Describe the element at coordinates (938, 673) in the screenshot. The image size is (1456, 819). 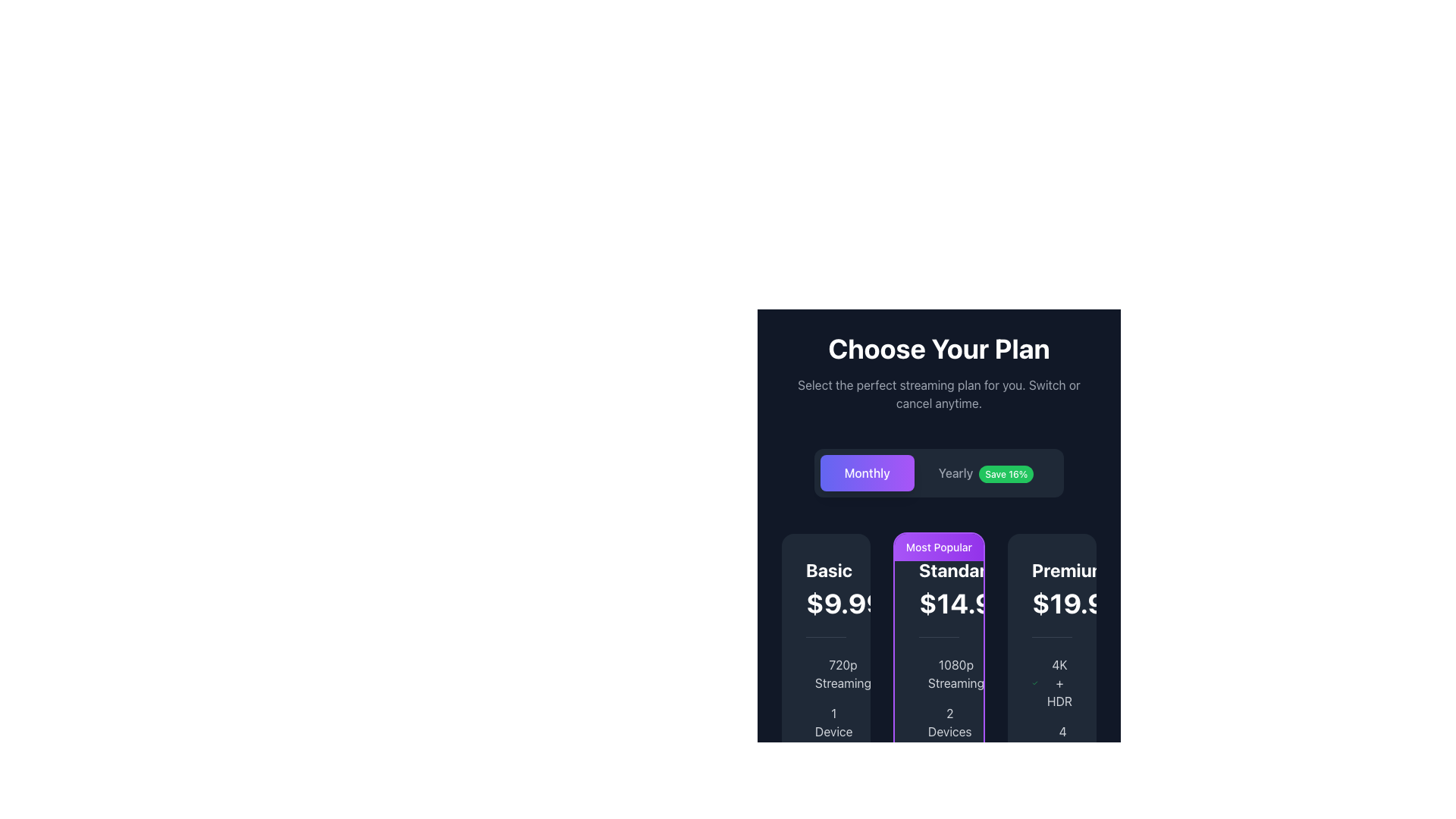
I see `the text label indicating the streaming quality of the 'Standard' plan, which is the first item in the vertical list of features` at that location.